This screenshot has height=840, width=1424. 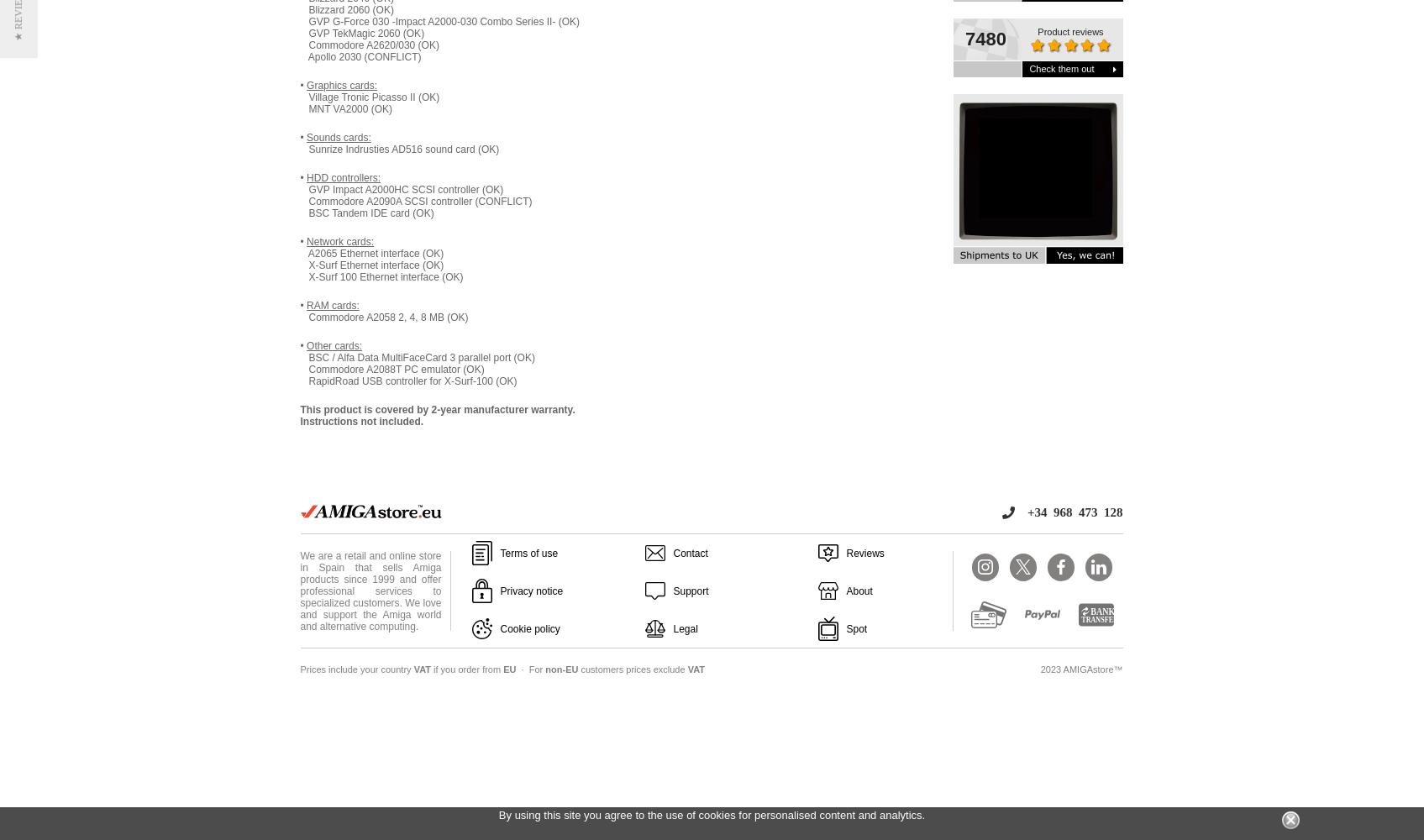 I want to click on 'Check them out', so click(x=1060, y=68).